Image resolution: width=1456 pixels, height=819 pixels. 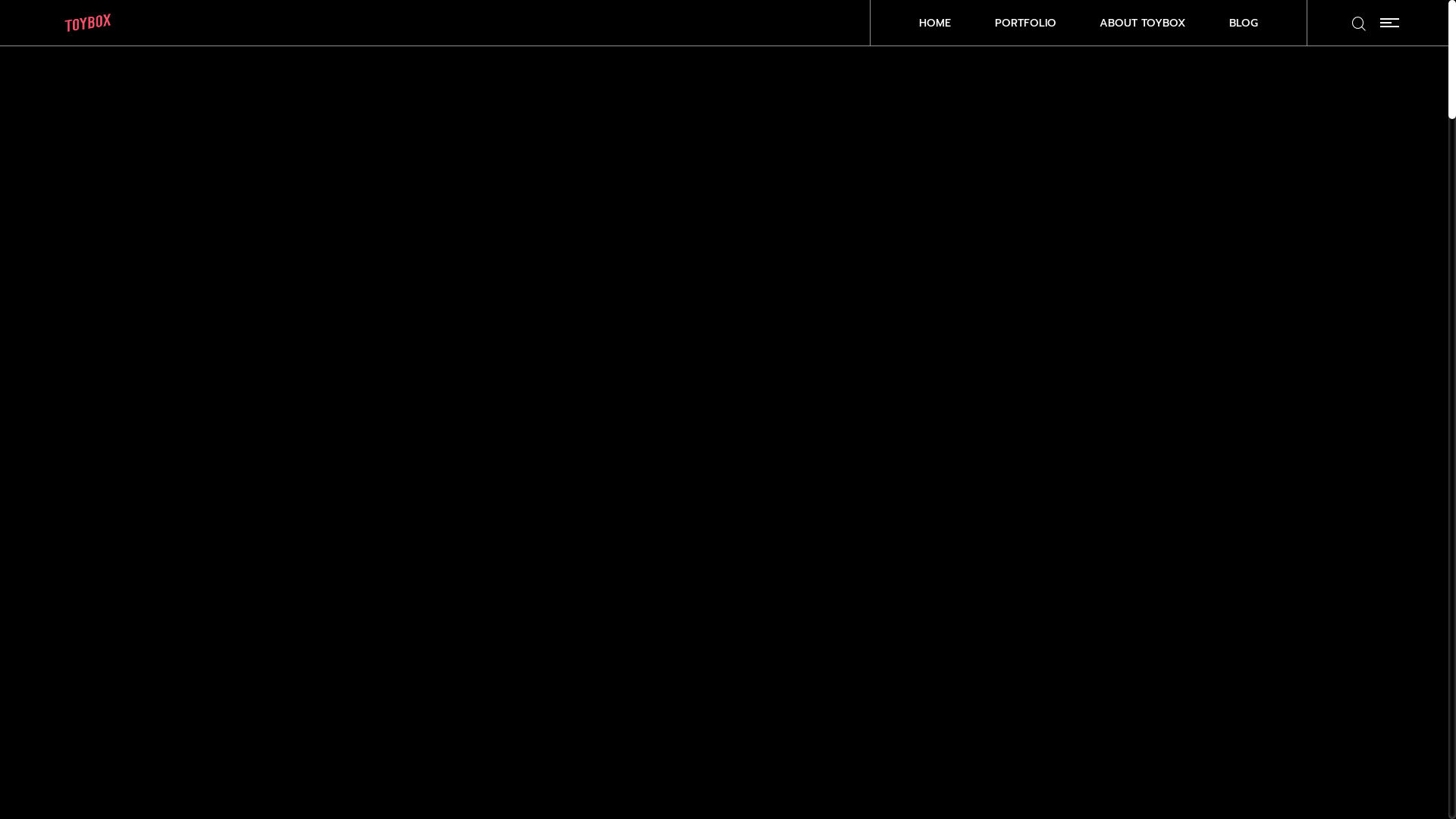 What do you see at coordinates (1142, 23) in the screenshot?
I see `'ABOUT TOYBOX'` at bounding box center [1142, 23].